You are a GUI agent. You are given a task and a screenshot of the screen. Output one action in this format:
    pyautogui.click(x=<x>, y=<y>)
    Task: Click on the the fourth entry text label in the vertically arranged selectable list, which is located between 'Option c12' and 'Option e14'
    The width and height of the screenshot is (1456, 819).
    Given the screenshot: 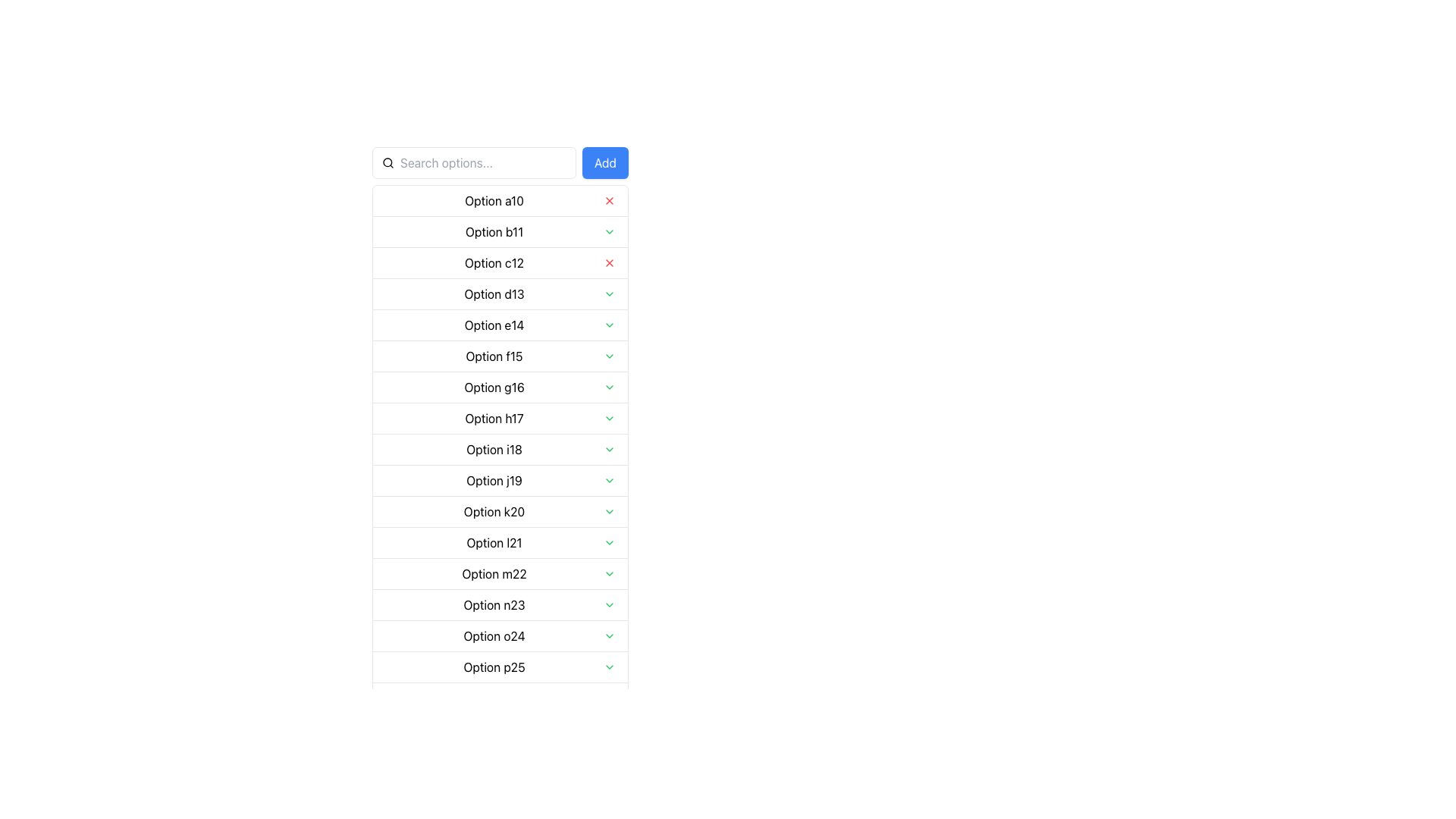 What is the action you would take?
    pyautogui.click(x=494, y=294)
    